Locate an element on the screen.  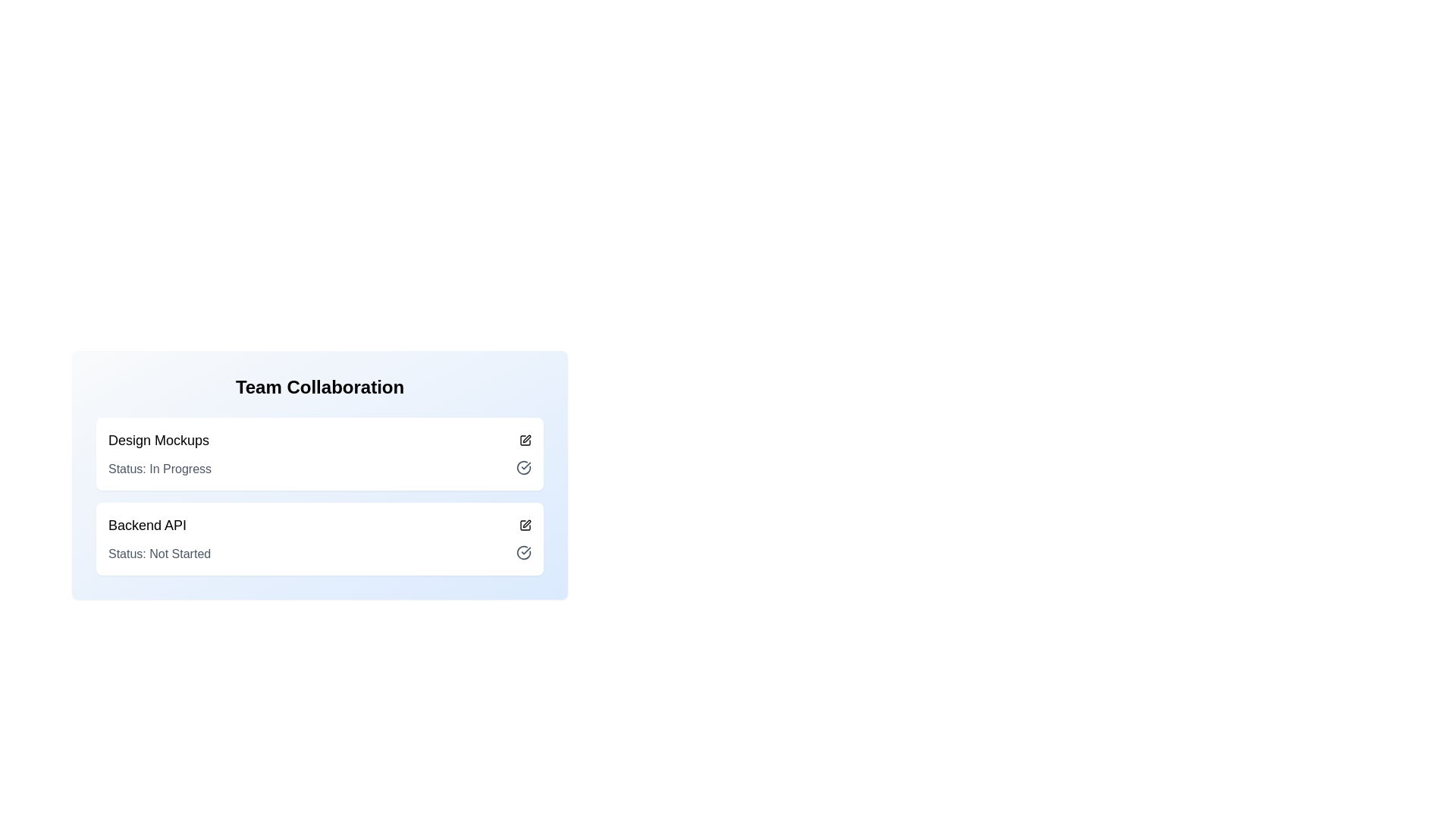
the circular checkmark icon located to the right of the 'Status: Not Started' text in the 'Backend API' section to mark the status as completed is located at coordinates (524, 553).